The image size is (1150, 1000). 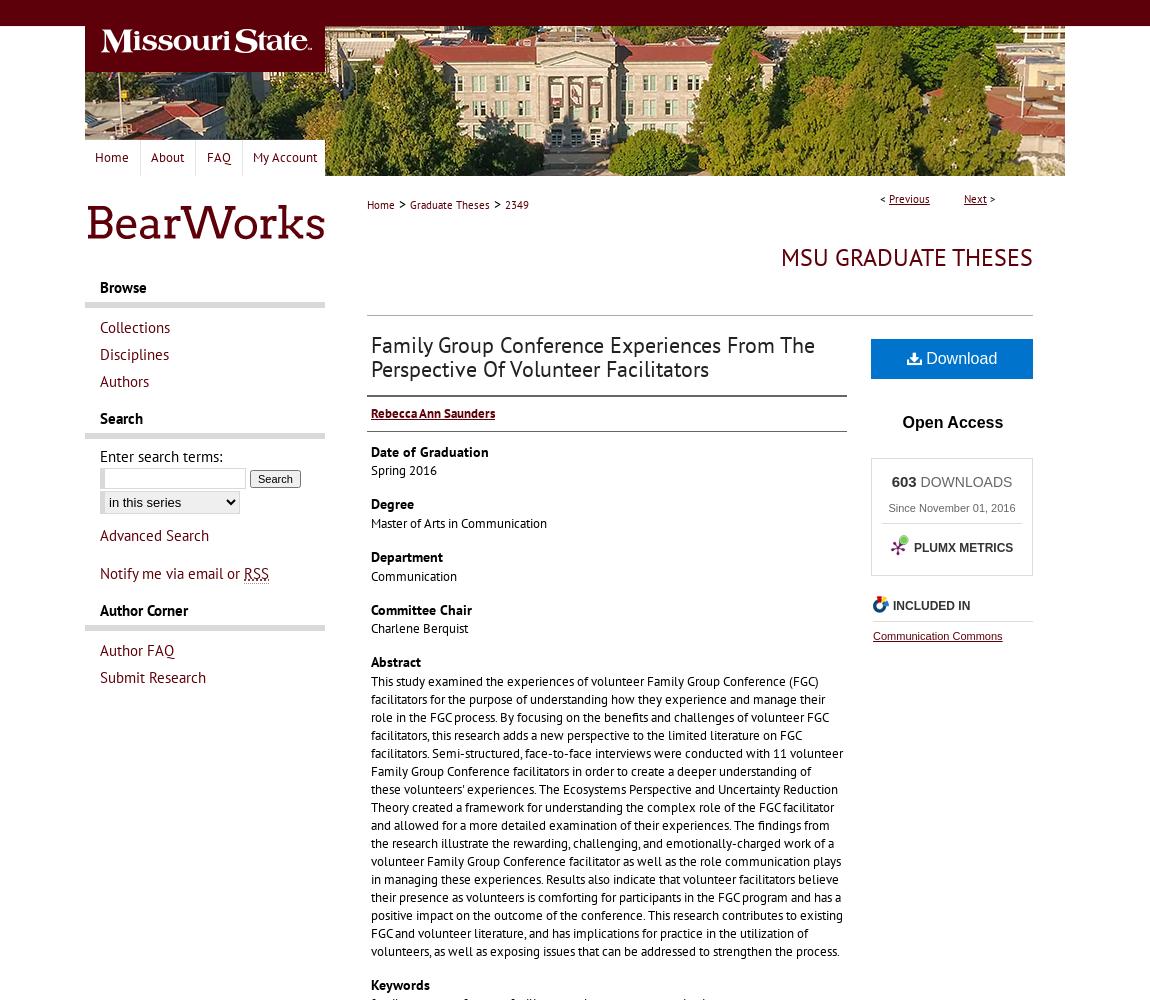 I want to click on 'Communication', so click(x=414, y=574).